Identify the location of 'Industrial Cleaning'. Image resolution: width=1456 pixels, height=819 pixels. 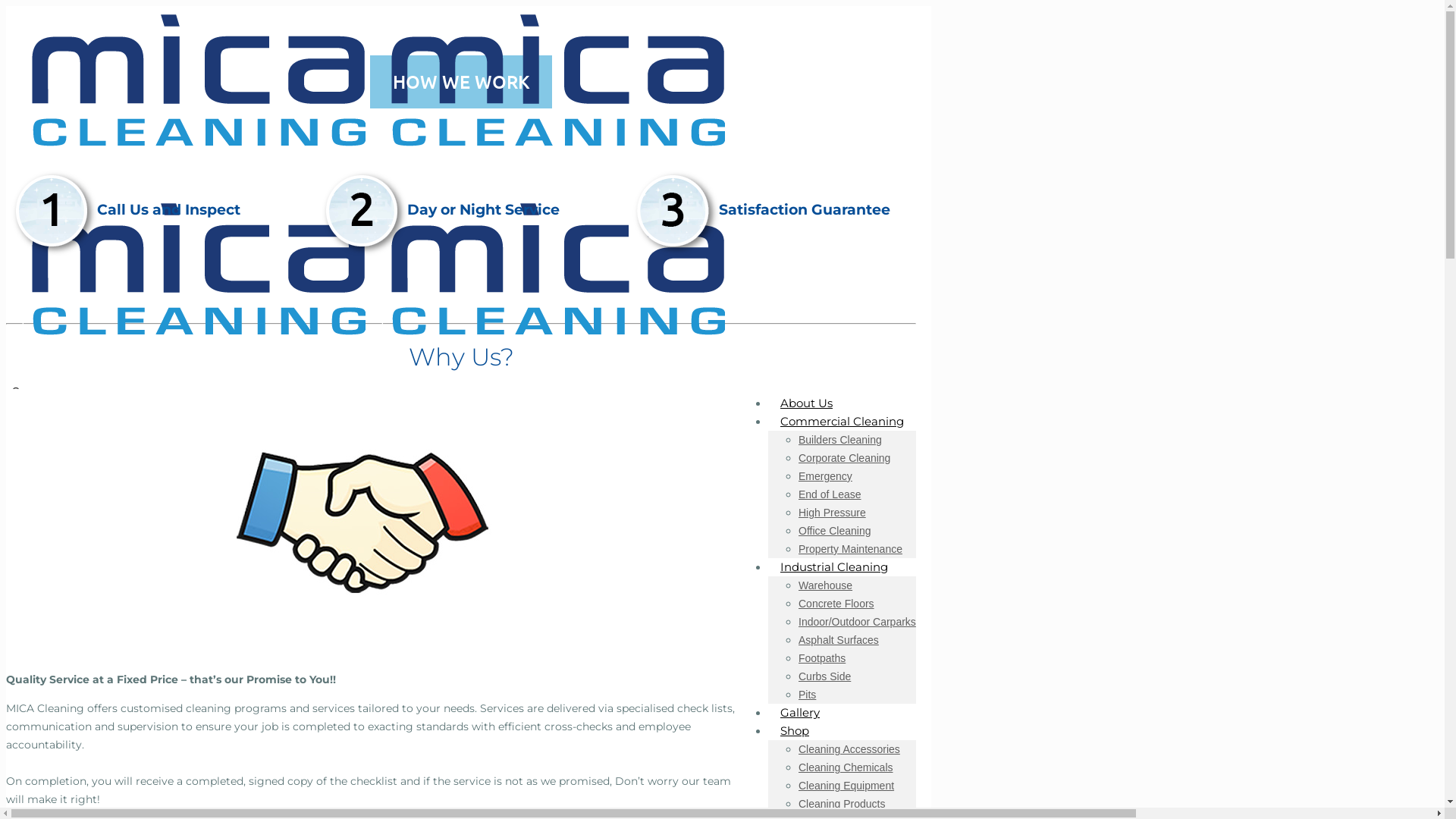
(833, 566).